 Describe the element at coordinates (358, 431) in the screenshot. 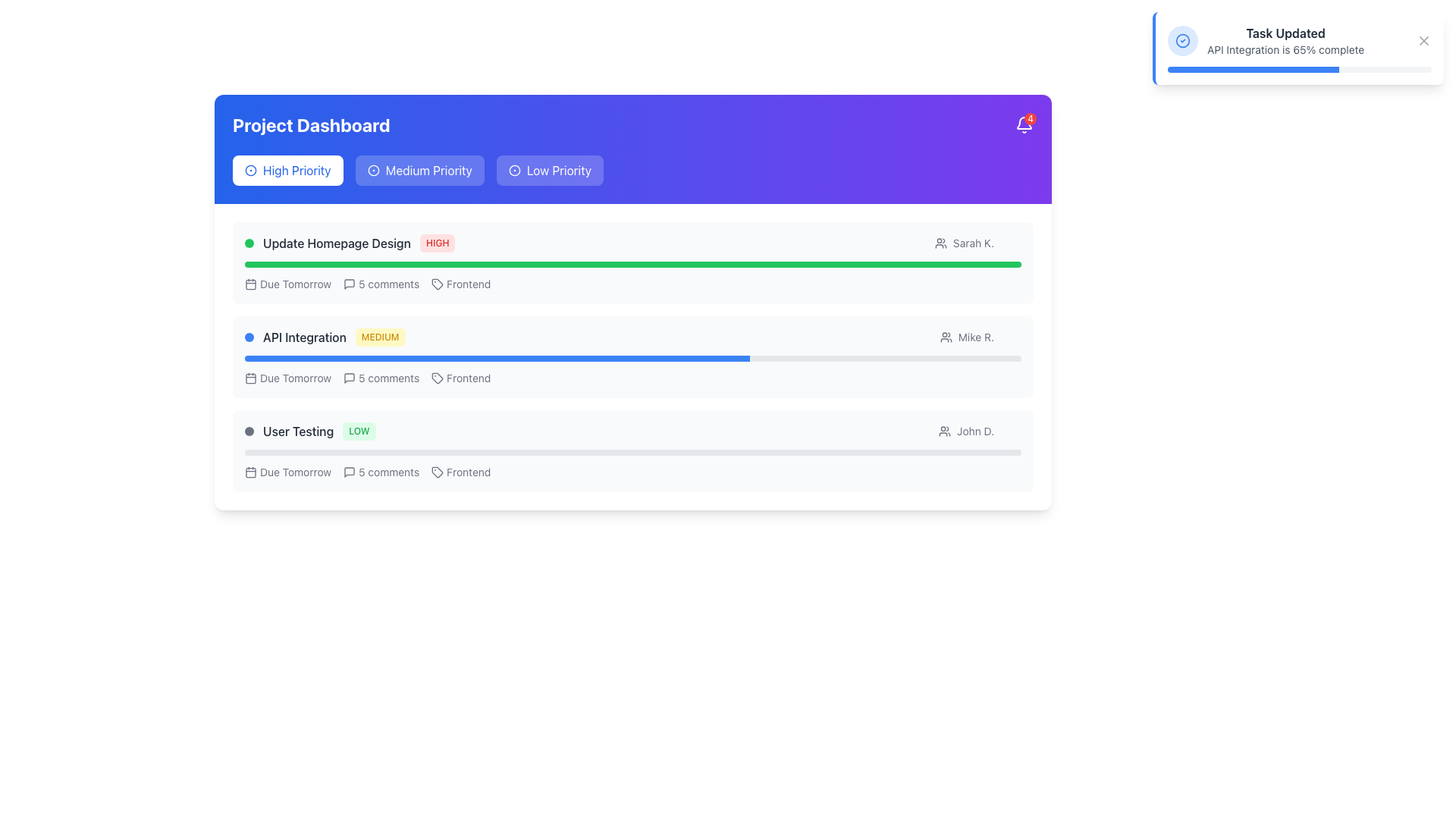

I see `text from the 'LOW' priority status badge located to the right of the 'User Testing' text in the User Testing priority section` at that location.